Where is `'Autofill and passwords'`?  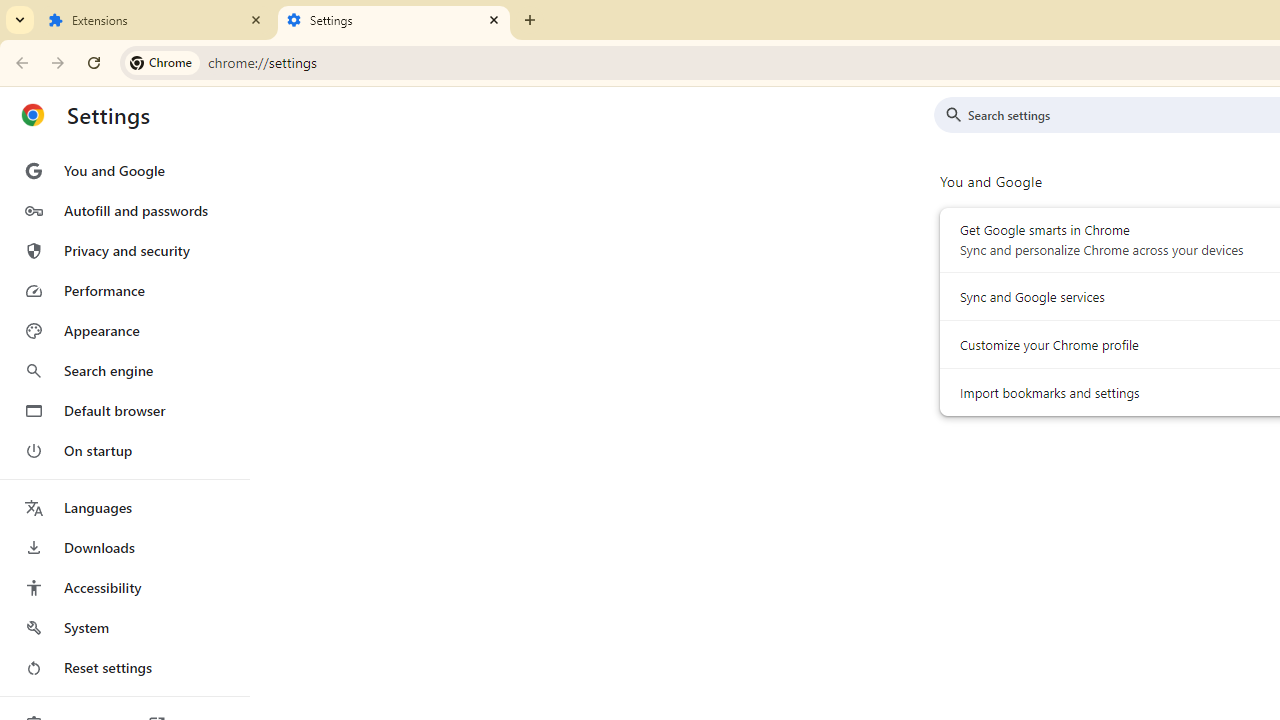
'Autofill and passwords' is located at coordinates (123, 210).